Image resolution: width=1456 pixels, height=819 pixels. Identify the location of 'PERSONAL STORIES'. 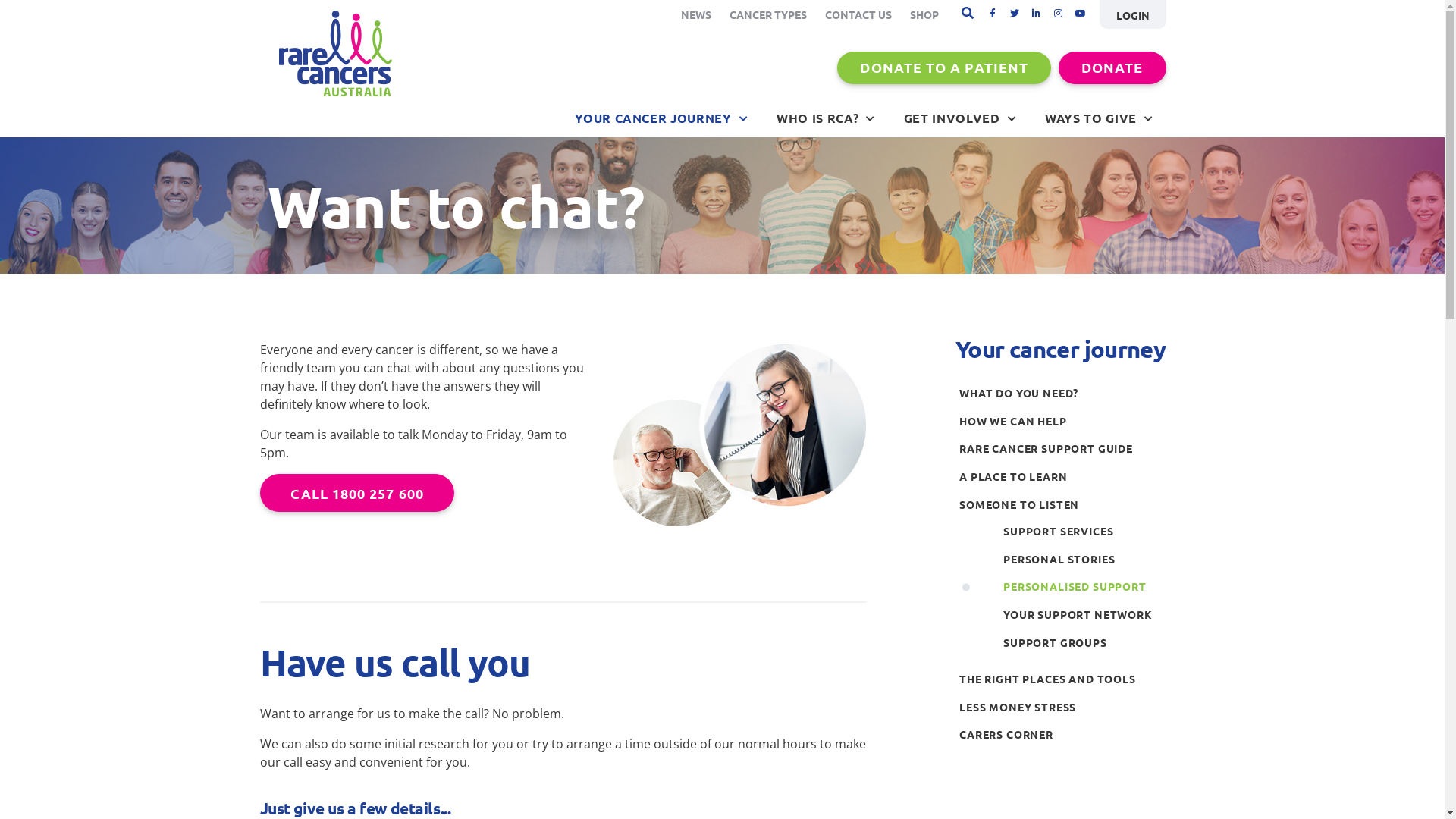
(1087, 559).